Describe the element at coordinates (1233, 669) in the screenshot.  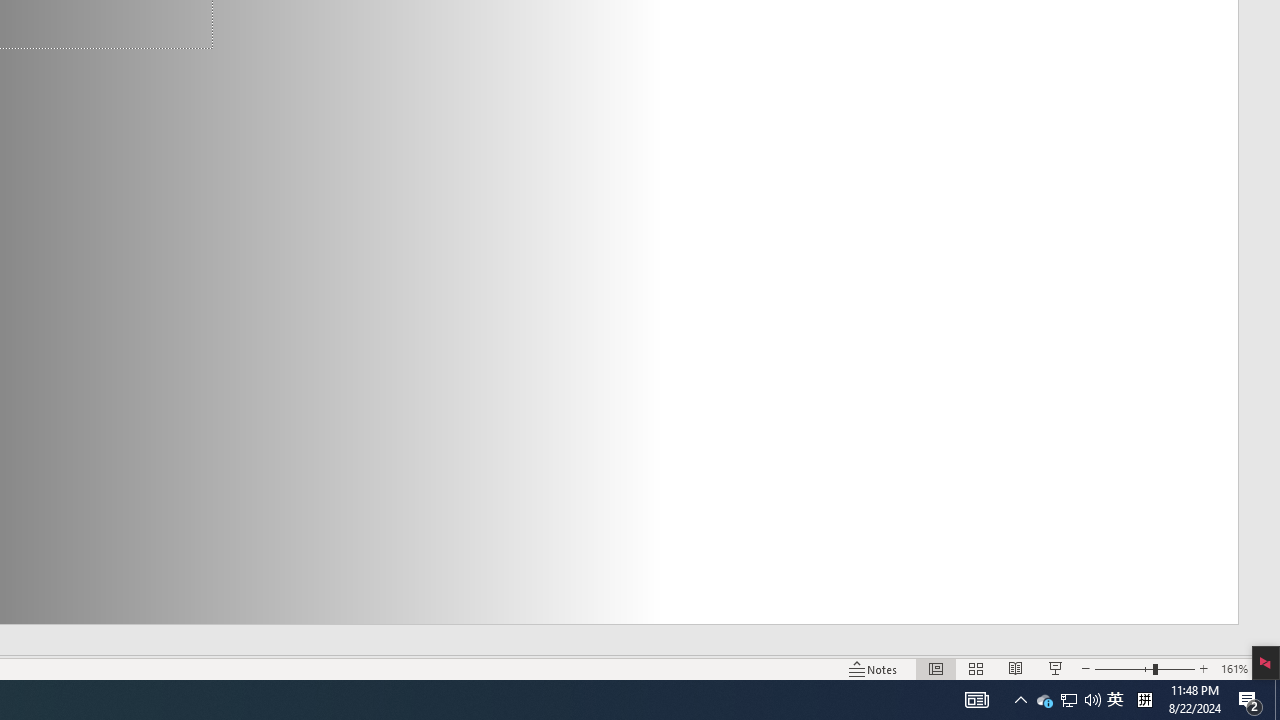
I see `'Zoom 161%'` at that location.